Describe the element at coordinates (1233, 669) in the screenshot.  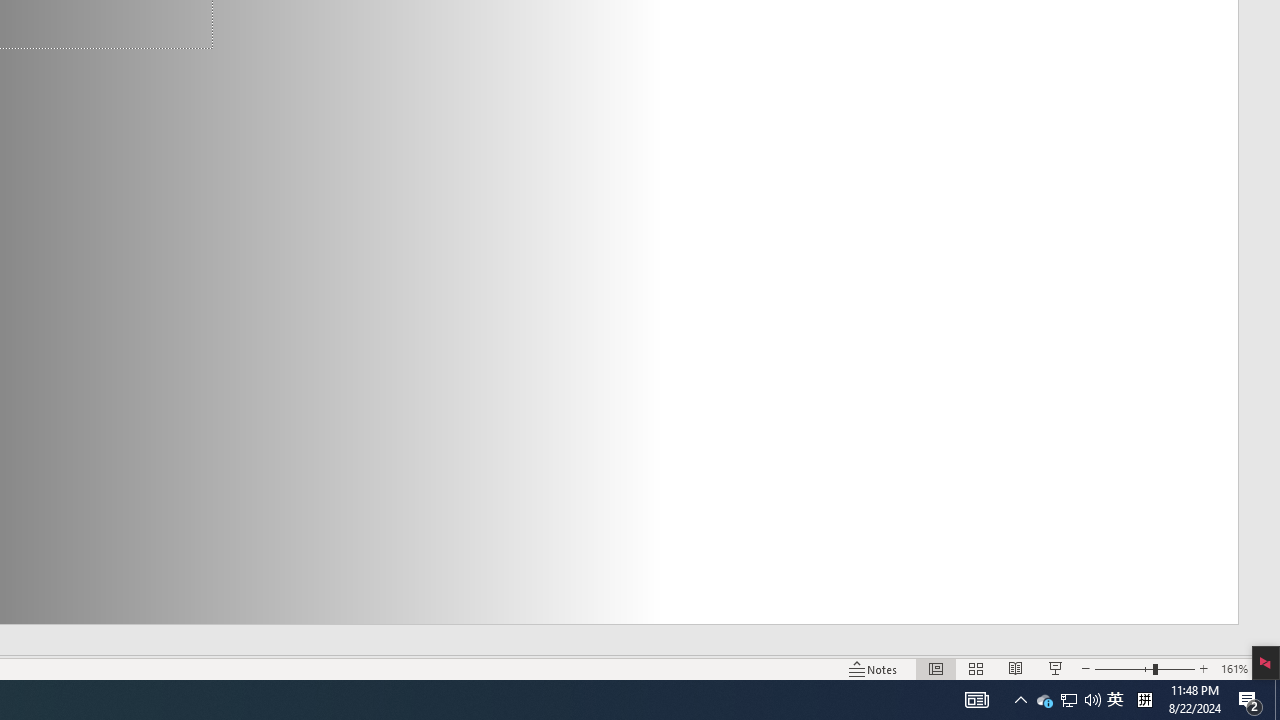
I see `'Zoom 161%'` at that location.